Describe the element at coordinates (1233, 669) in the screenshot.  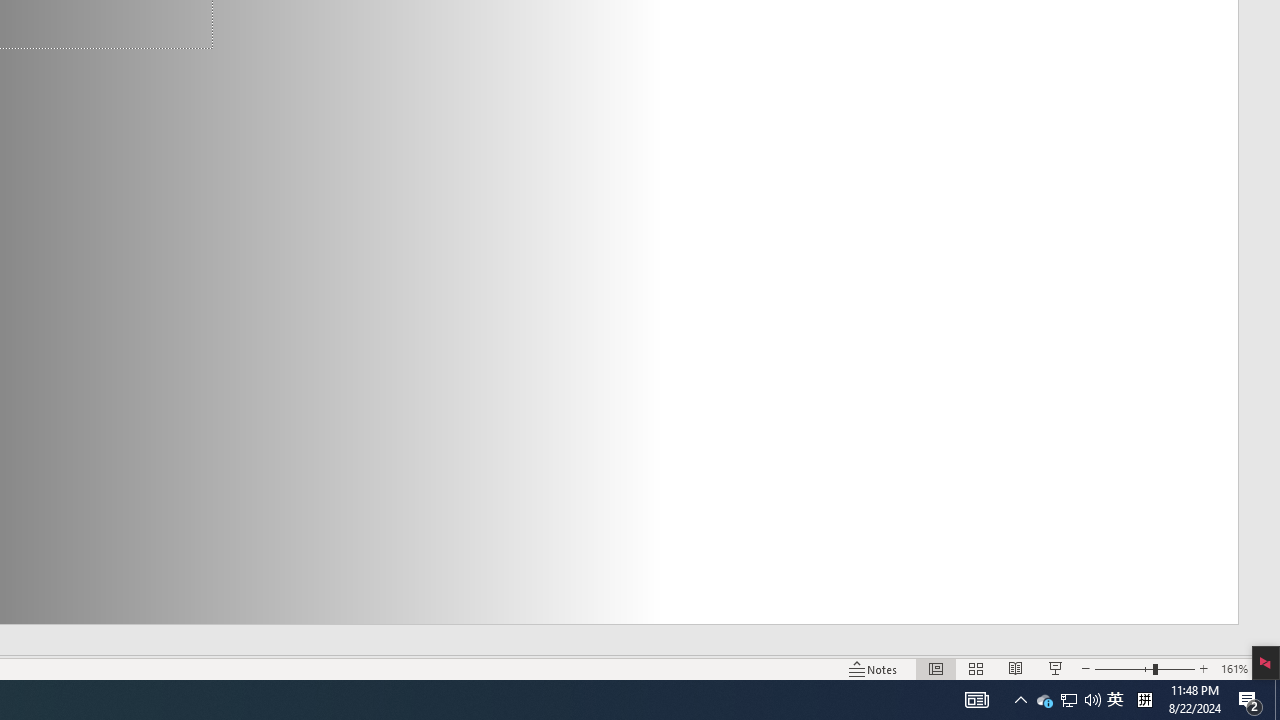
I see `'Zoom 161%'` at that location.